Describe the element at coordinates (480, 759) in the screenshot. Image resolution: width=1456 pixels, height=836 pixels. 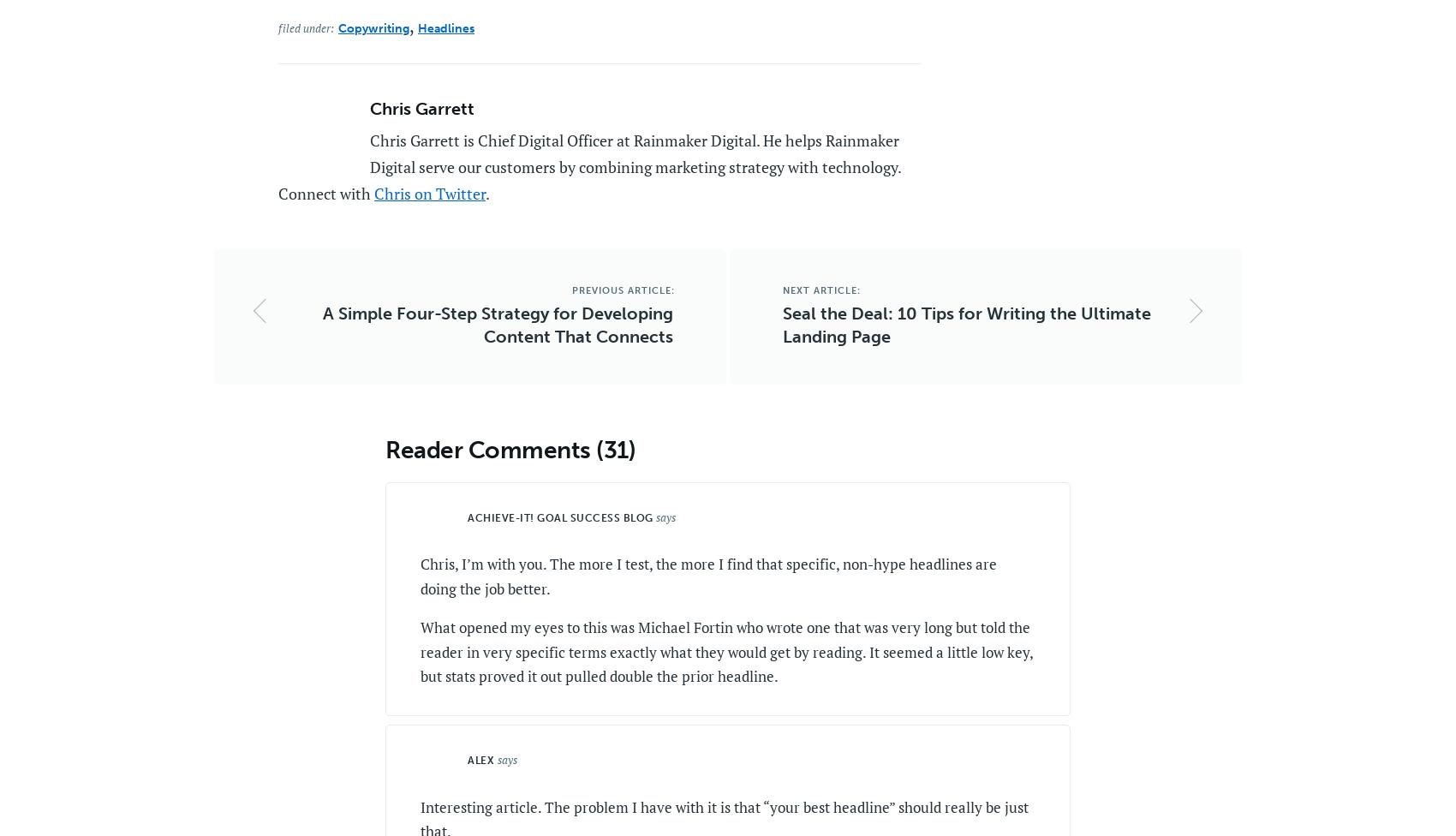
I see `'Alex'` at that location.